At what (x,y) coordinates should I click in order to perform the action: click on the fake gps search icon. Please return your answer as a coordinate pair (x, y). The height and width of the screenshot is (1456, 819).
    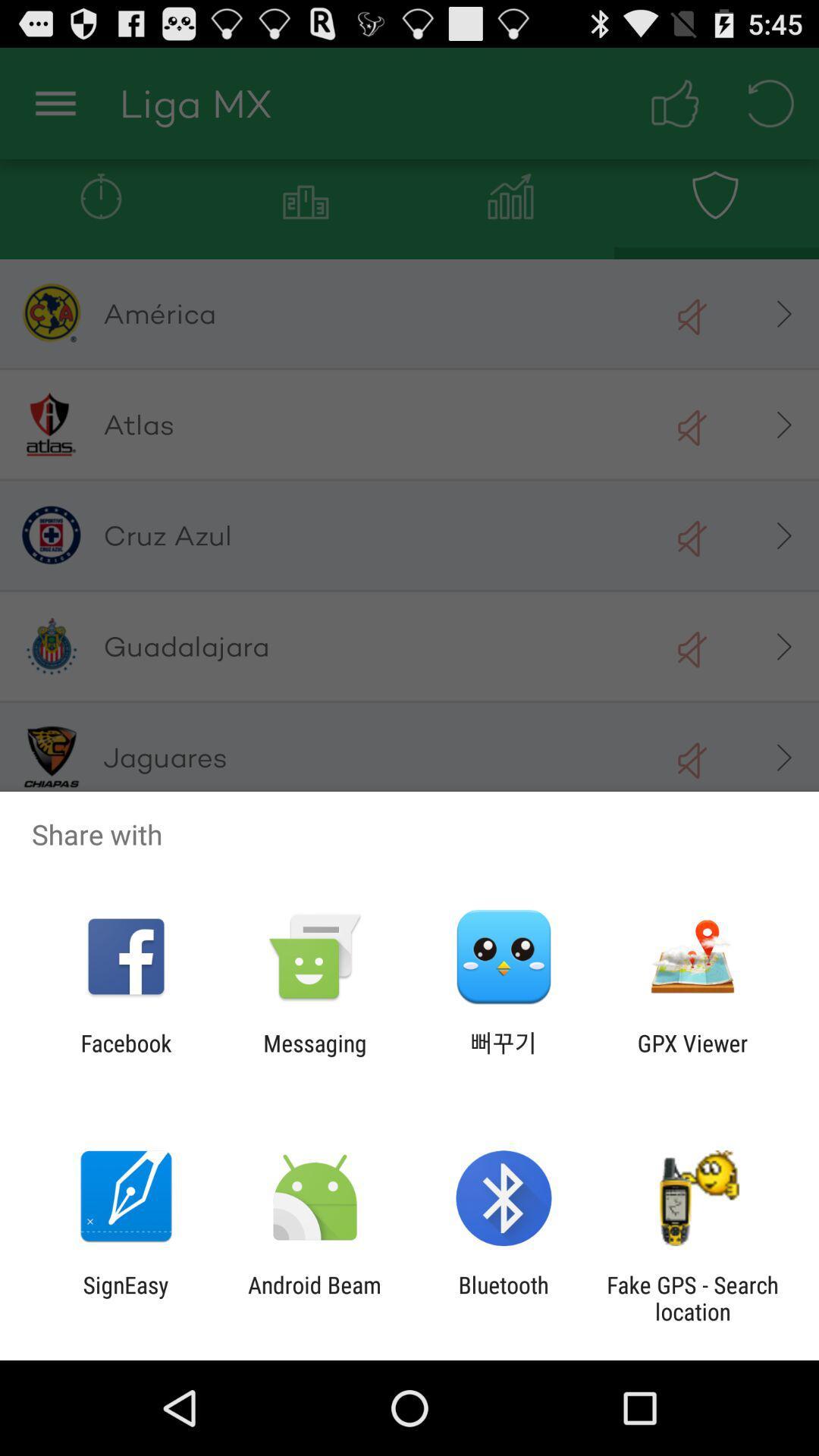
    Looking at the image, I should click on (692, 1298).